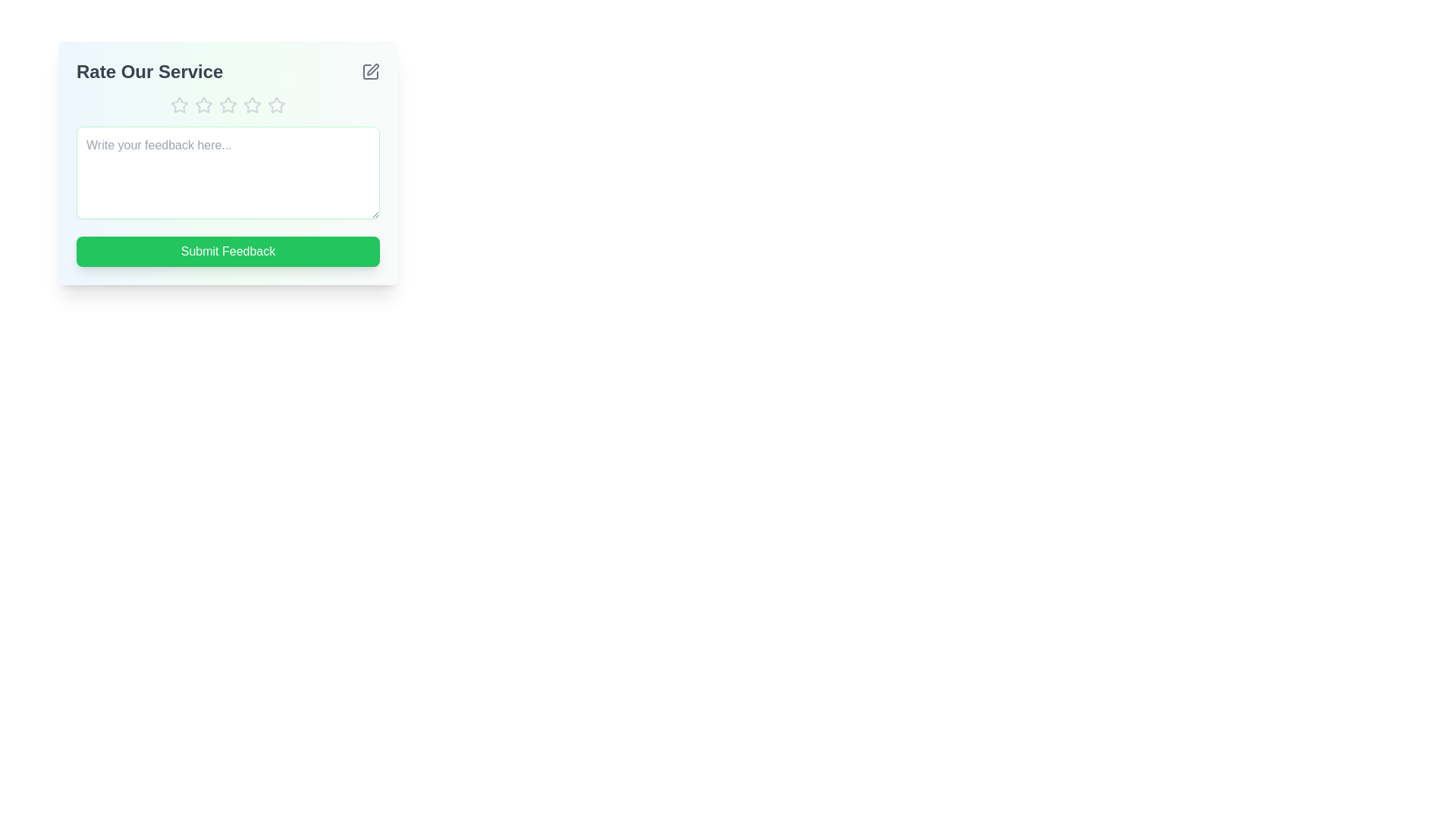  I want to click on submit feedback button, so click(227, 250).